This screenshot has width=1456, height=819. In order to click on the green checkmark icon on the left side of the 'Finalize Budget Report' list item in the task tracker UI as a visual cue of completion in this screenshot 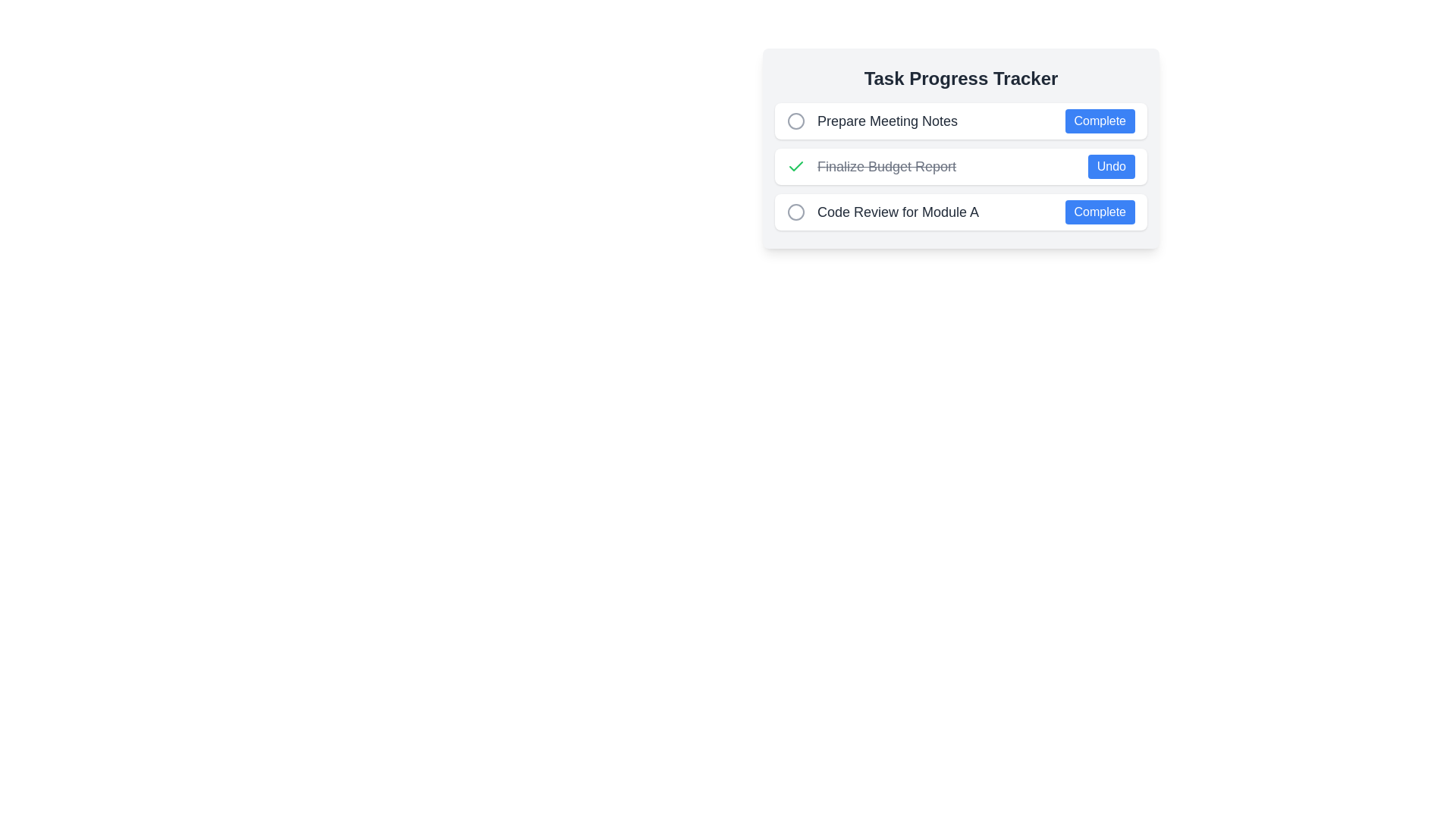, I will do `click(960, 166)`.